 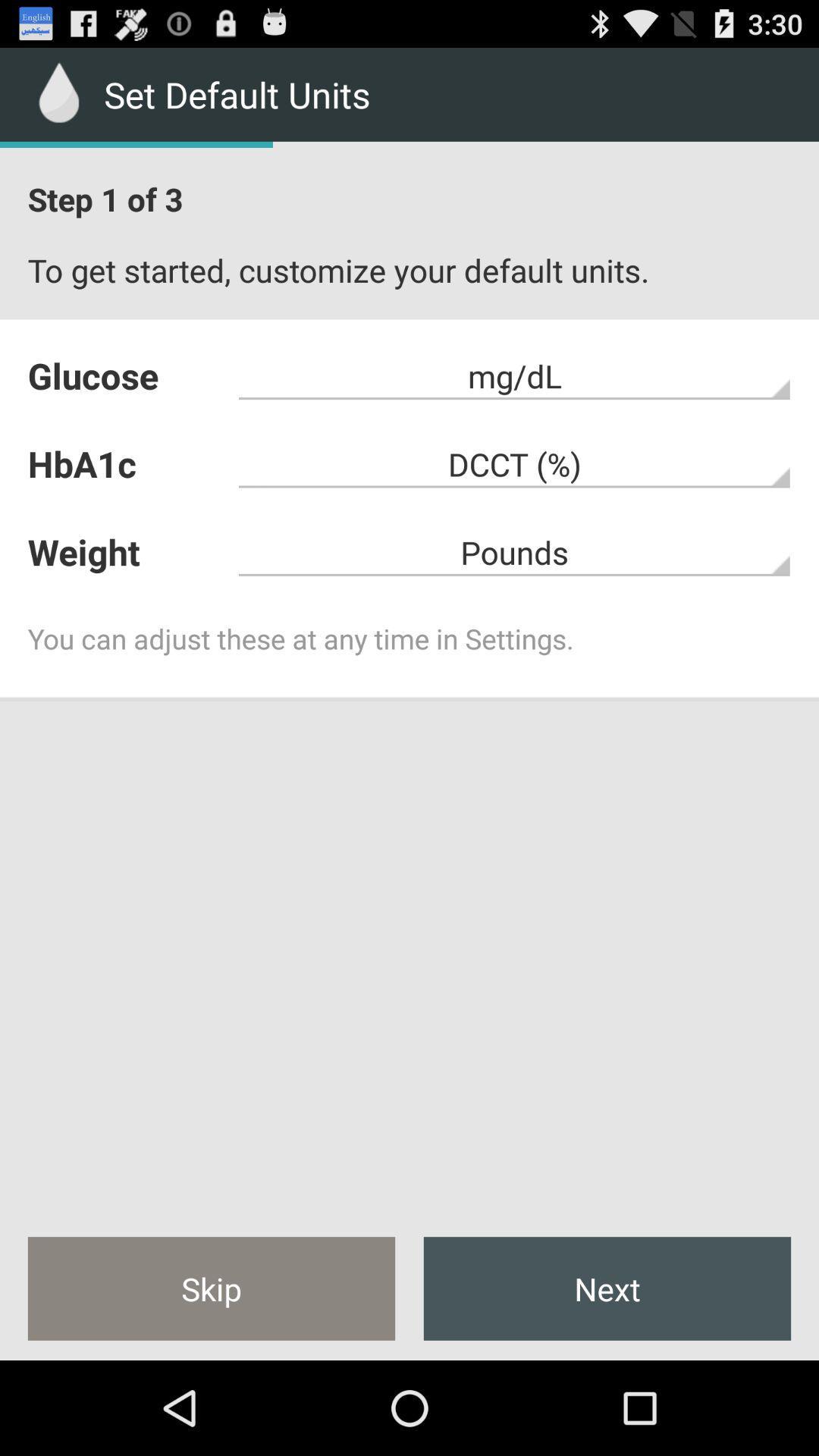 I want to click on skip, so click(x=211, y=1288).